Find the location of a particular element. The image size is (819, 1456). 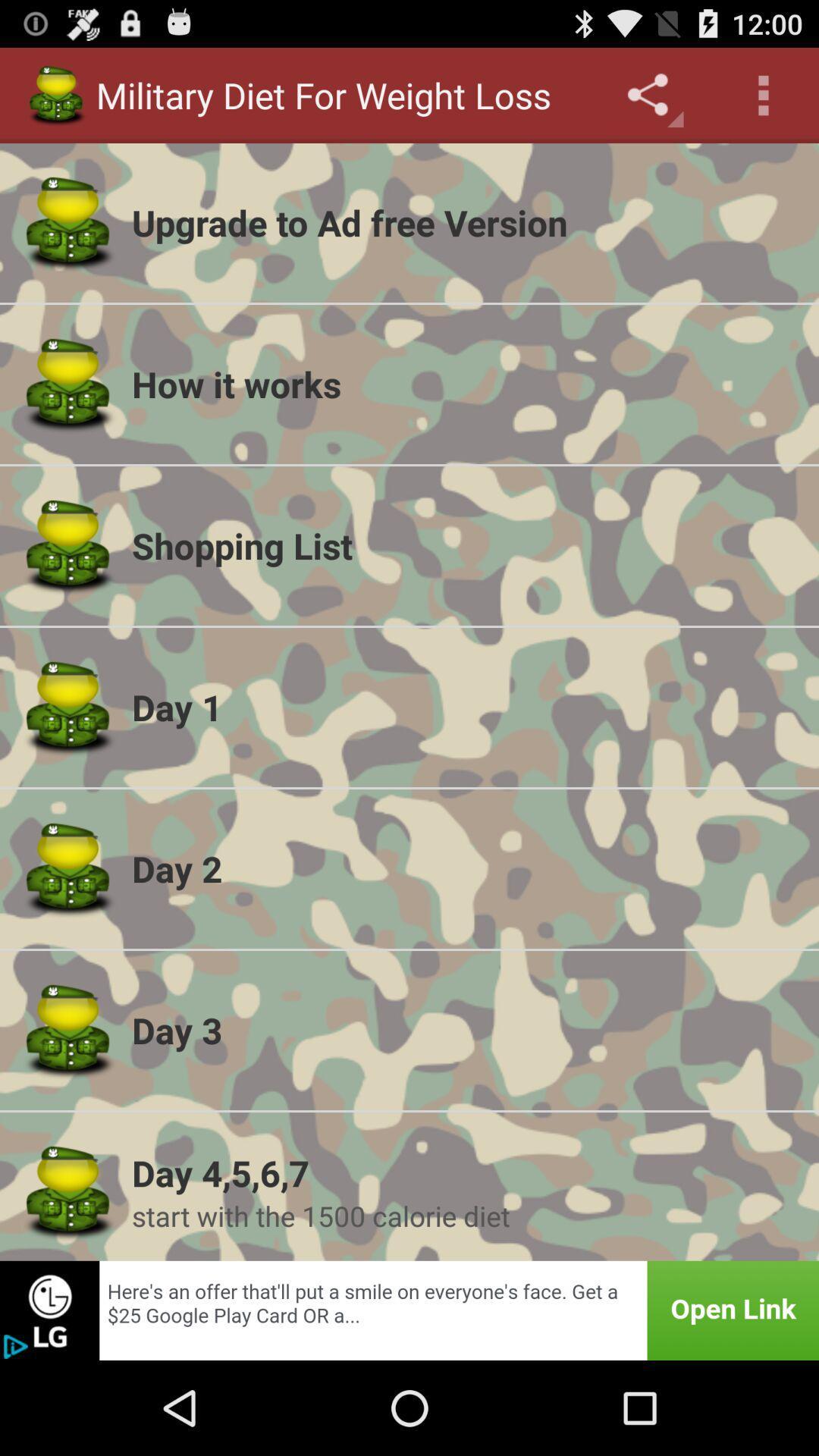

the day 4 5 icon is located at coordinates (465, 1172).